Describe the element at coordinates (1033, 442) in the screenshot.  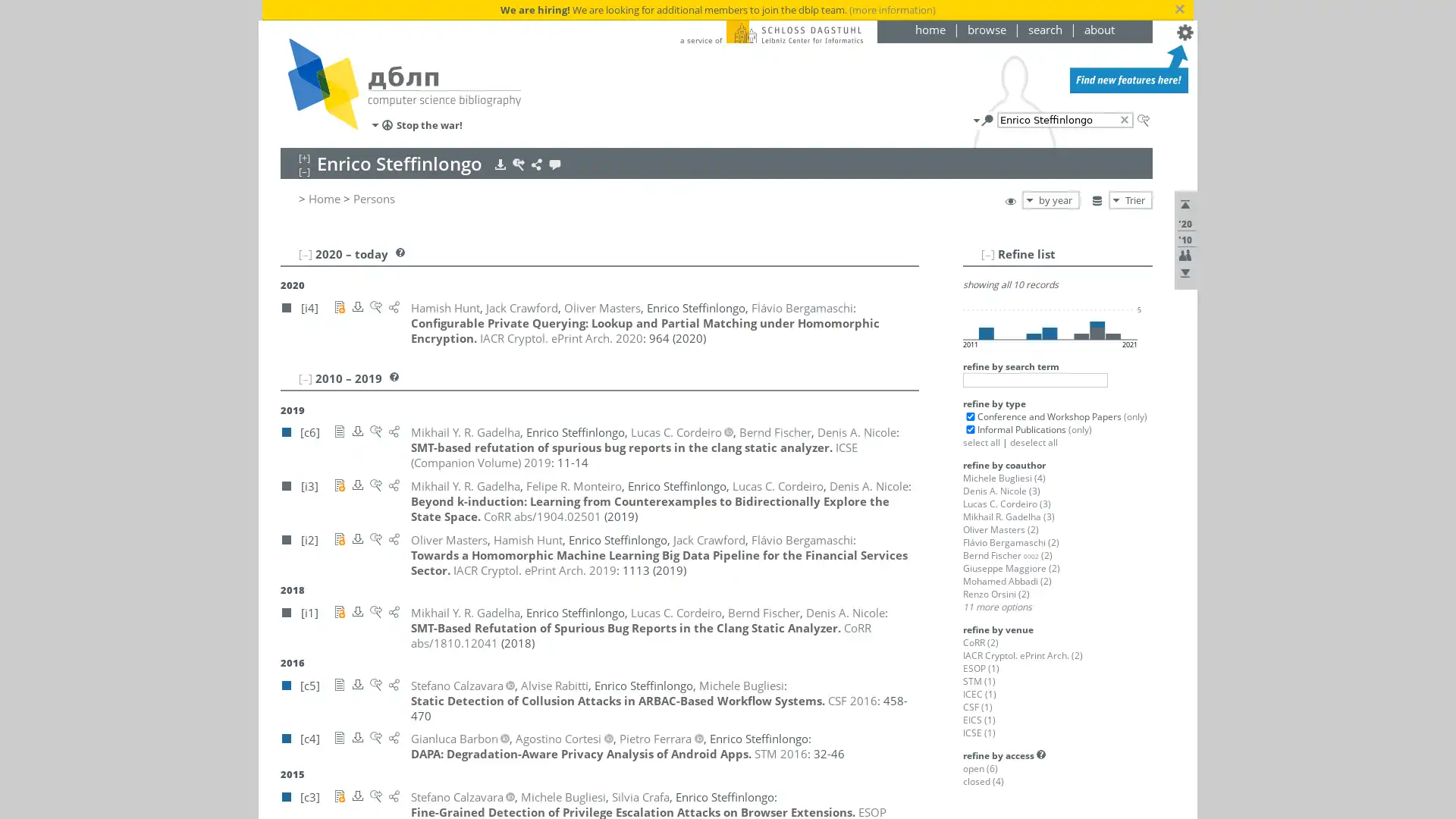
I see `deselect all` at that location.